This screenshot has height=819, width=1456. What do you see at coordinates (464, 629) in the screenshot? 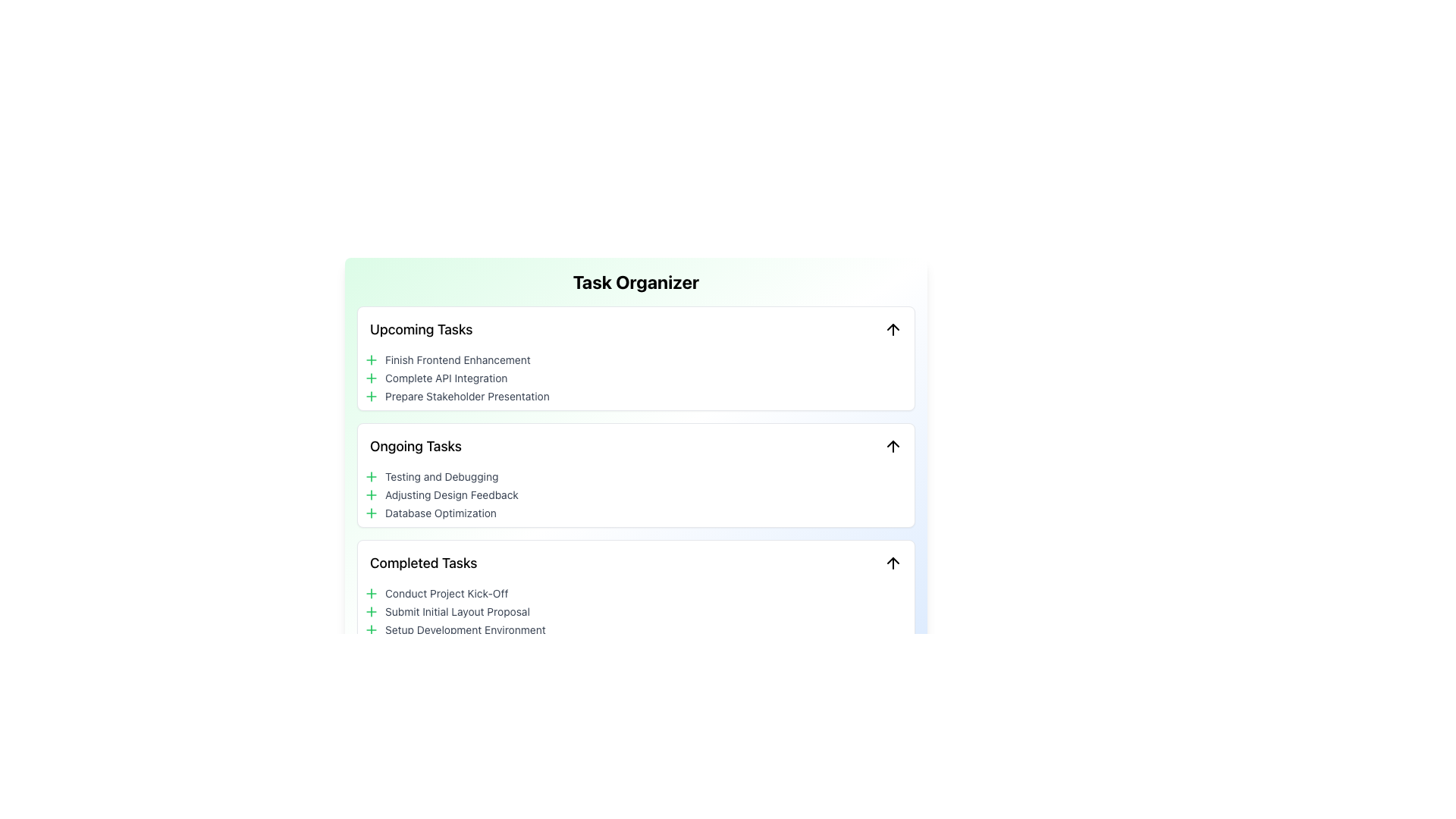
I see `text of the Text Label representing the title of a completed task in the 'Completed Tasks' list, located below the 'Submit Initial Layout Proposal' item` at bounding box center [464, 629].